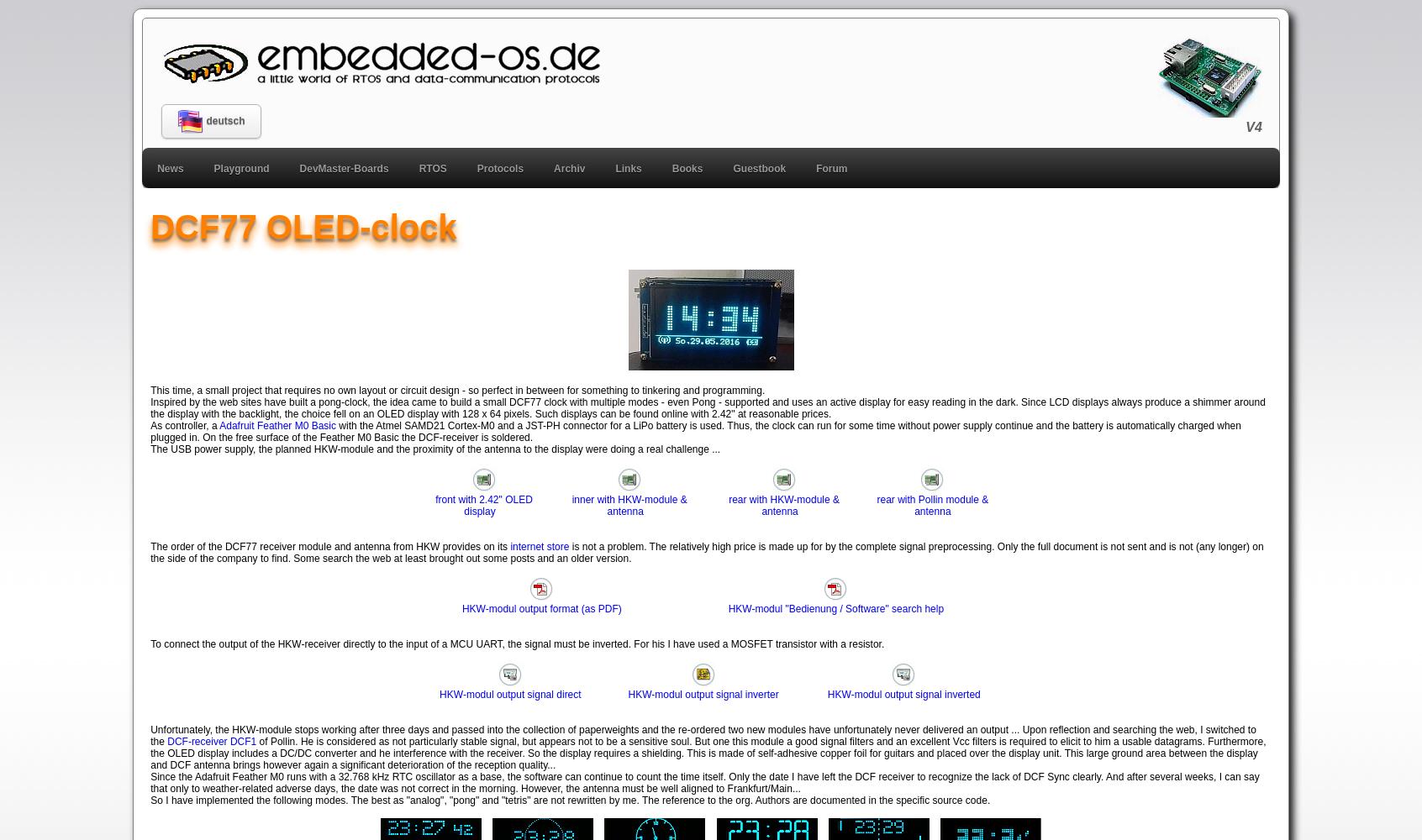 The image size is (1422, 840). What do you see at coordinates (704, 782) in the screenshot?
I see `'Since the Adafruit Feather M0 runs with a 32.768 kHz RTC oscillator as a base, the software can continue to count the time itself. Only the date I have left the DCF receiver to recognize the lack of DCF Sync clearly. And after several weeks, I can say that only to weather-related adverse days, the date was not correct in the morning. However, the antenna must be well aligned to Frankfurt/Main...'` at bounding box center [704, 782].